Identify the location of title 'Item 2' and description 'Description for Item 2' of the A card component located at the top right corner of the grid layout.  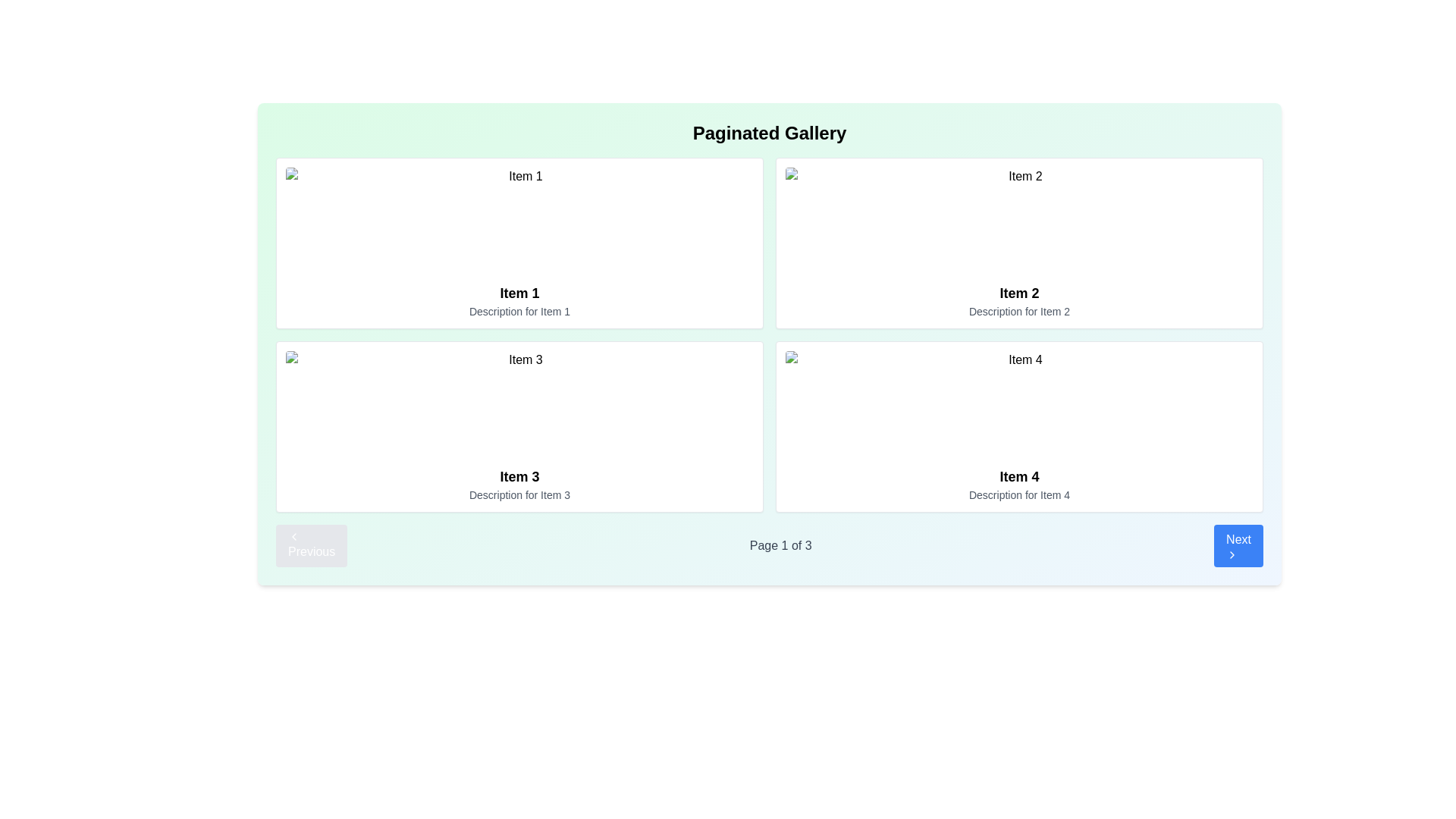
(1019, 242).